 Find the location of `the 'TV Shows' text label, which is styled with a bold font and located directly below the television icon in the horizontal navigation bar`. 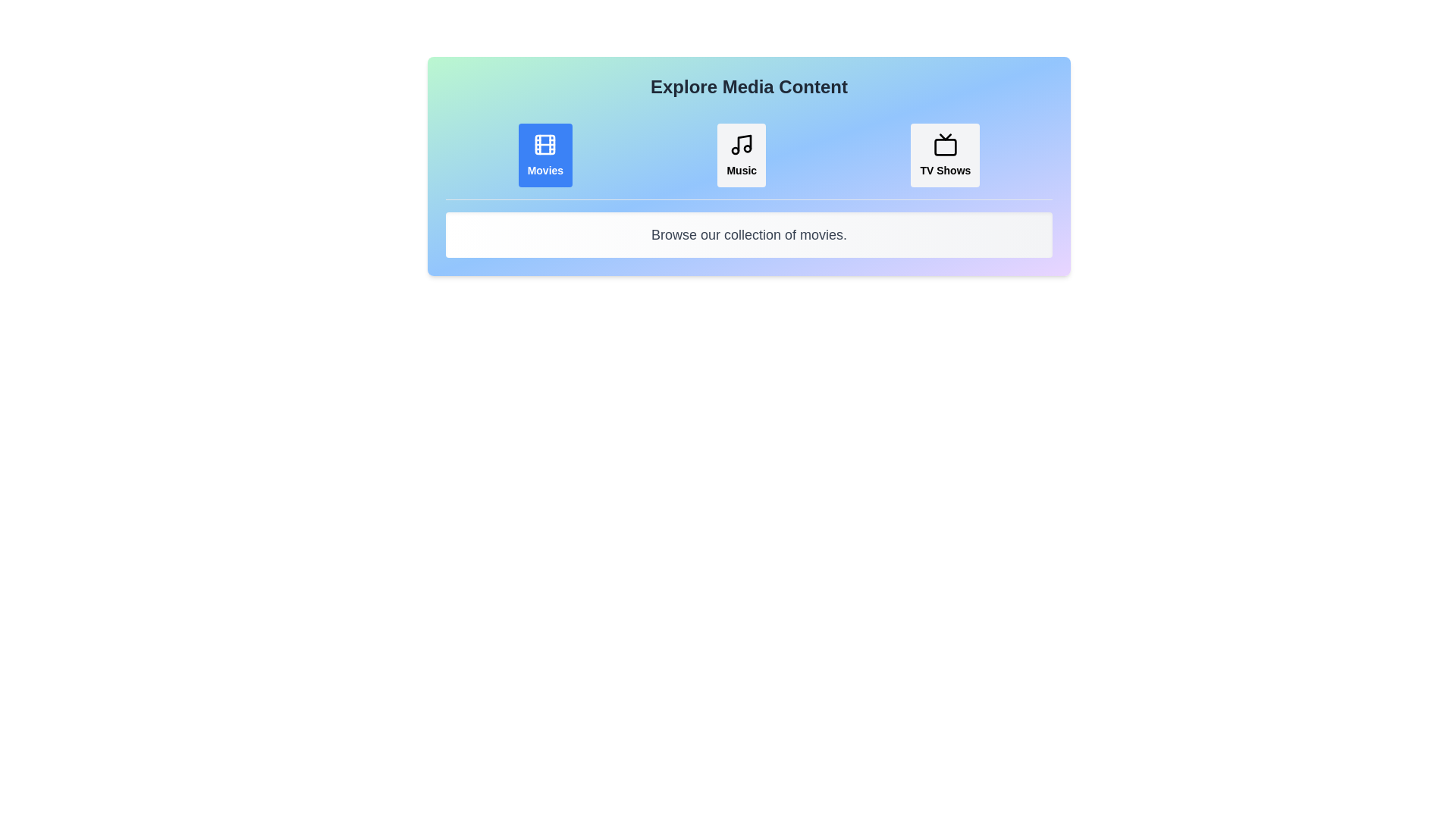

the 'TV Shows' text label, which is styled with a bold font and located directly below the television icon in the horizontal navigation bar is located at coordinates (944, 170).